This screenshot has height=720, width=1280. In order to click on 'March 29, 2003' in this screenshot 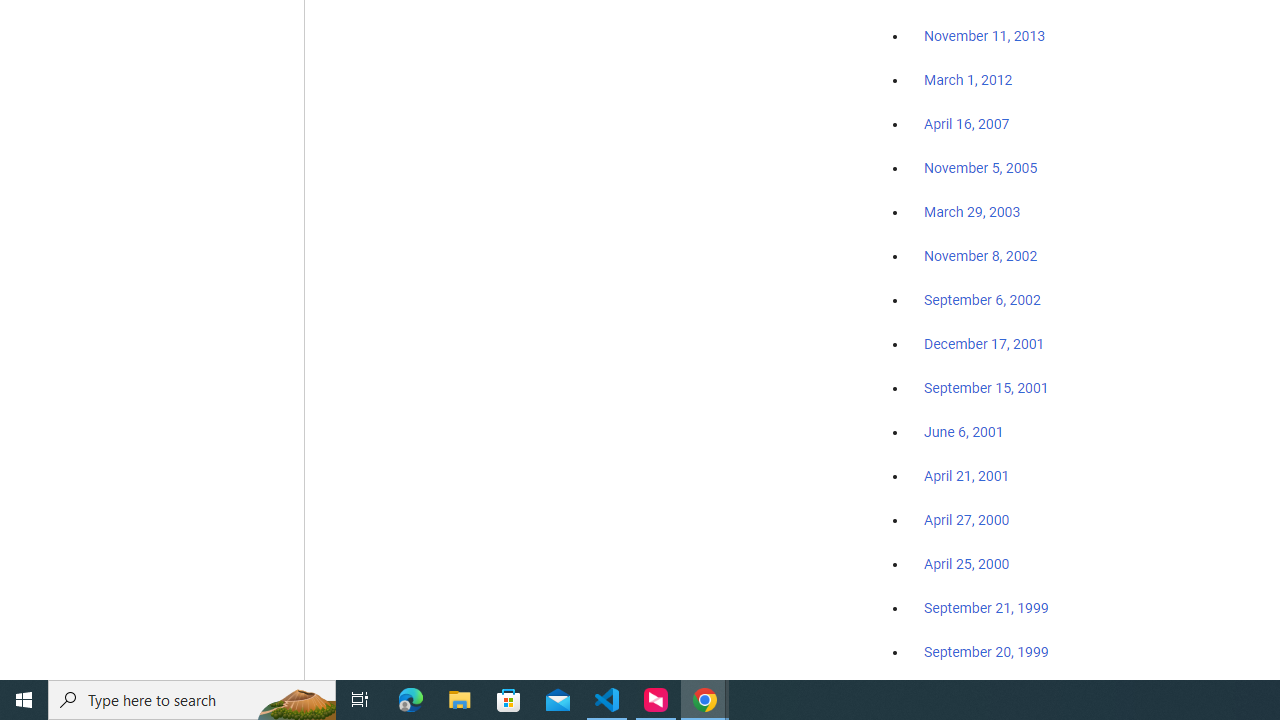, I will do `click(972, 212)`.